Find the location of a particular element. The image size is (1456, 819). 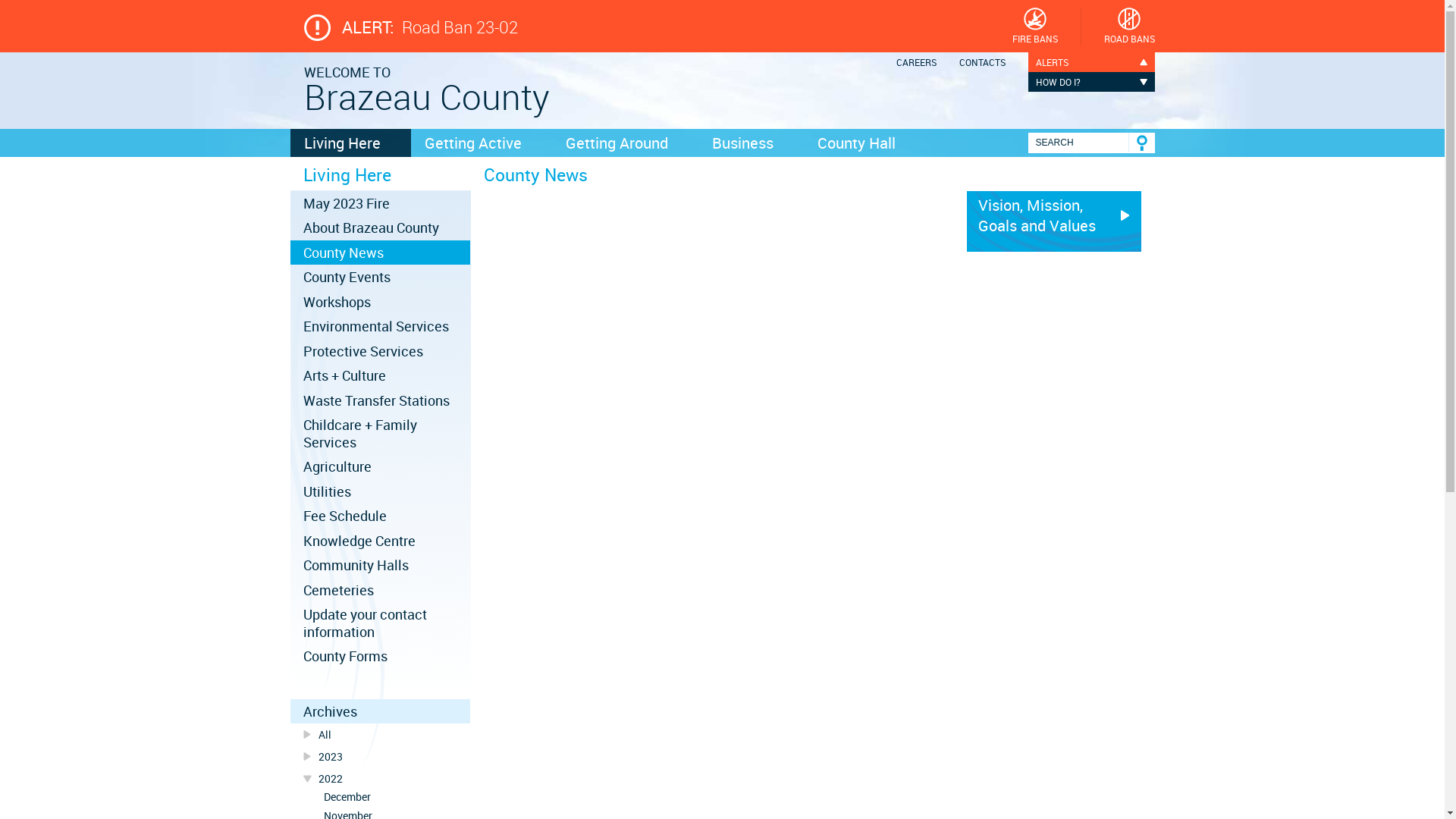

'Vision, Mission, Goals and Values' is located at coordinates (1052, 221).